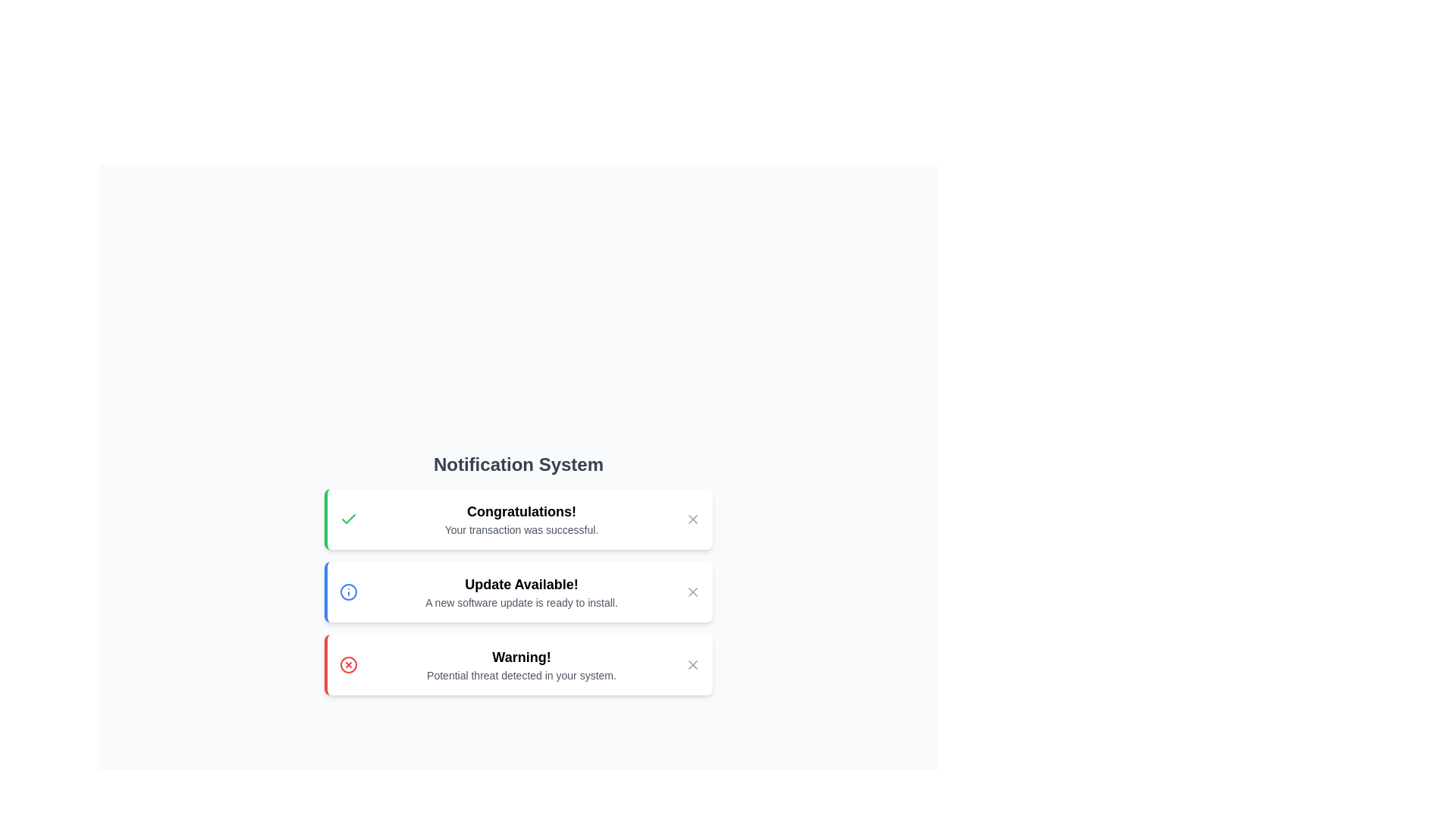  I want to click on main title of the warning message from the text label located at the top center of the third notification box in the vertically-stacked notification list, so click(521, 657).